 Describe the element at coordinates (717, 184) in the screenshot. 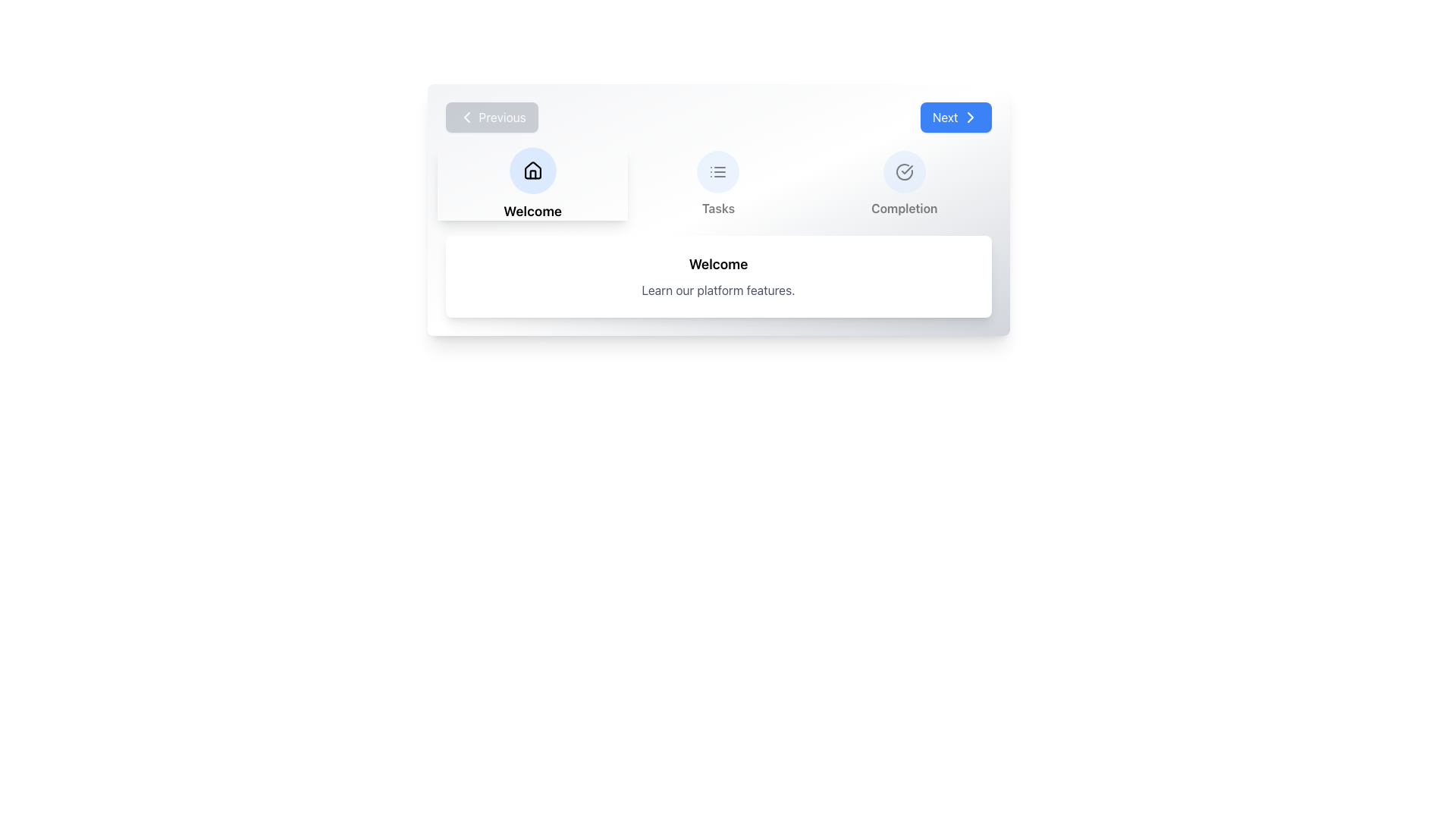

I see `the 'Tasks' navigation tile, the second item in a row of three` at that location.